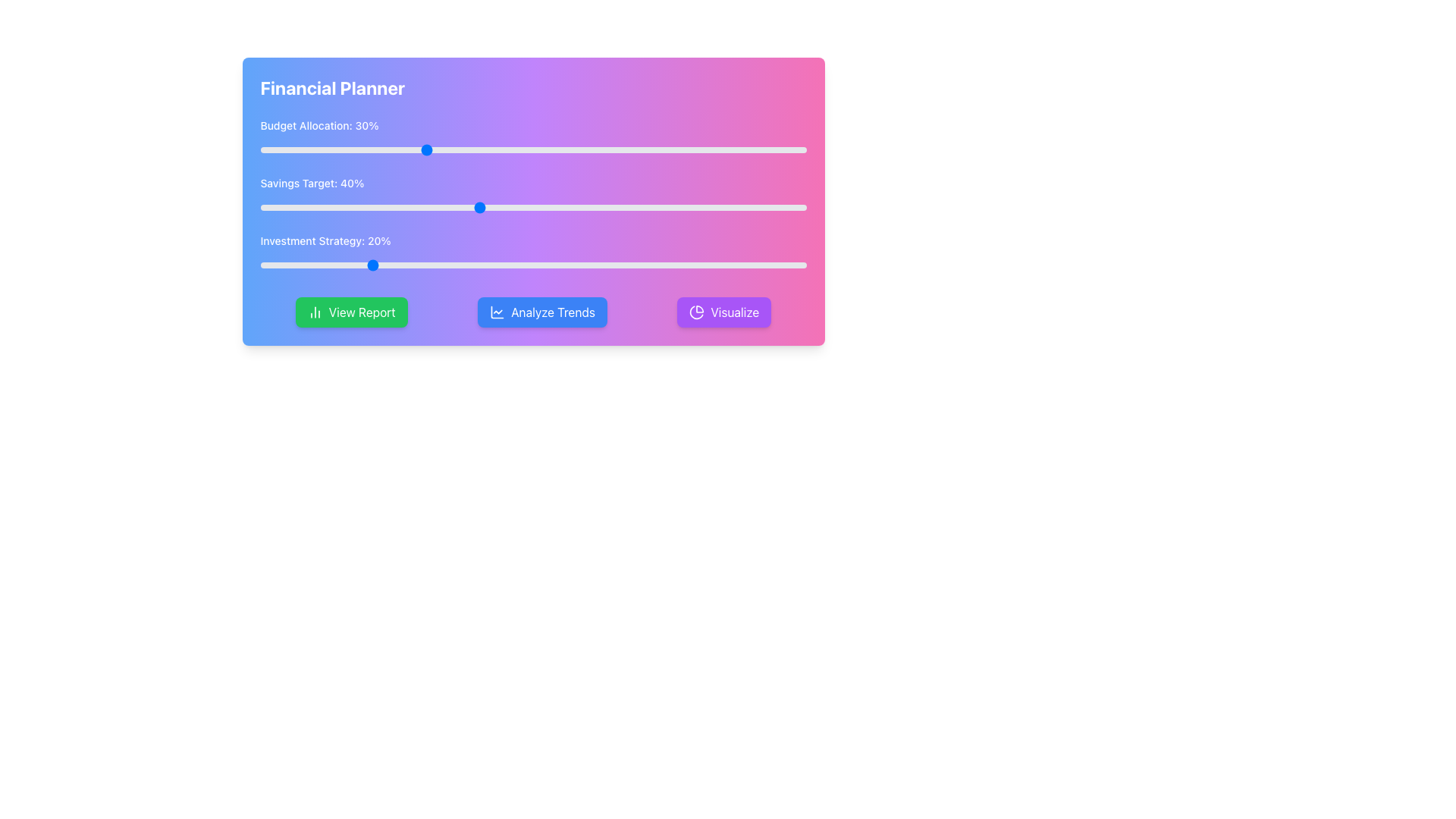 The height and width of the screenshot is (819, 1456). I want to click on the rightmost button in a group of three buttons at the bottom of the interface, so click(723, 312).